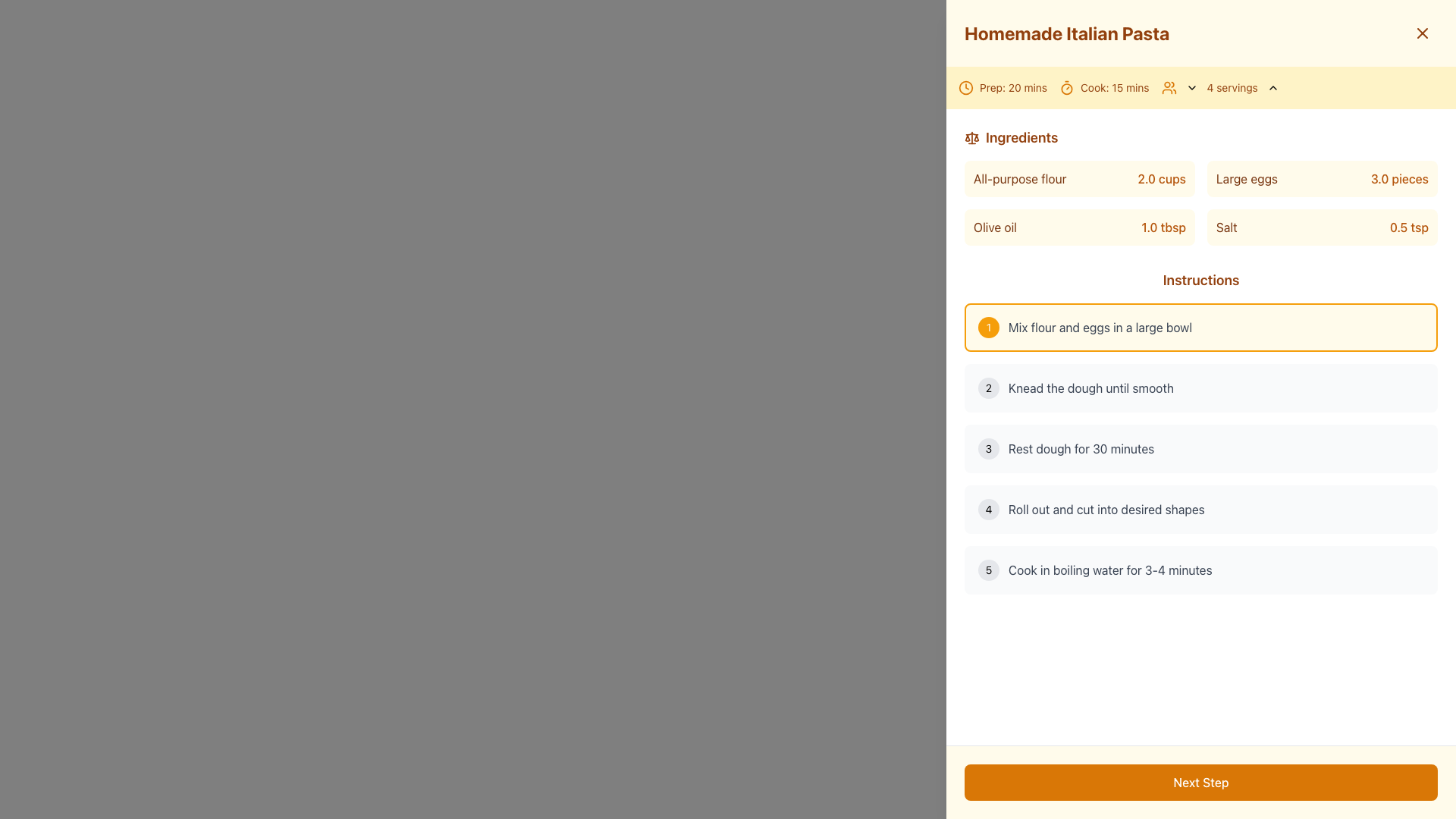  I want to click on the third instructional step in the recipe guide, which follows the step "2 Knead the dough until smooth" and precedes "4 Roll out and cut into desired shapes", so click(1200, 447).